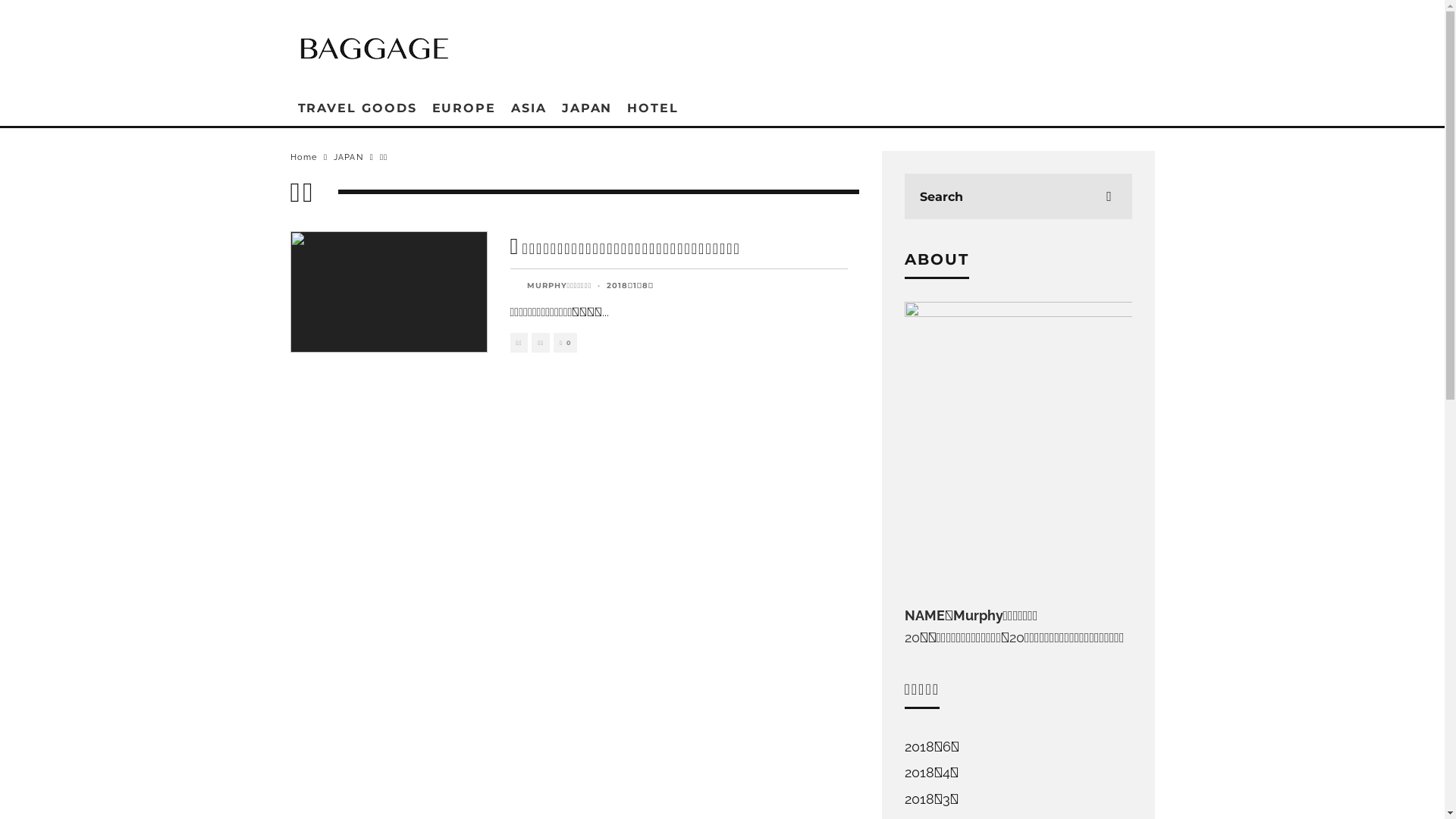  I want to click on '0', so click(564, 343).